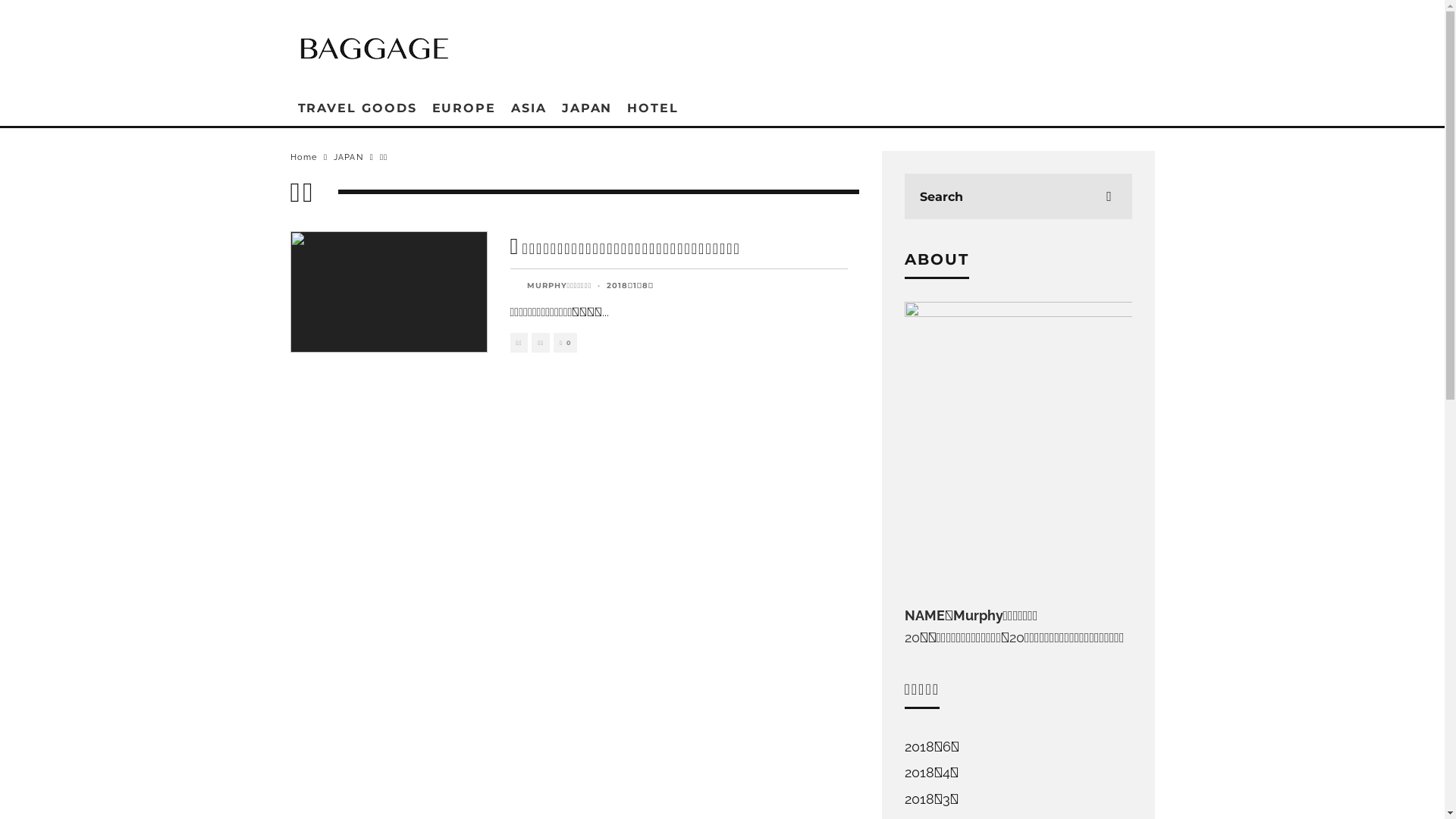  I want to click on '0', so click(564, 343).